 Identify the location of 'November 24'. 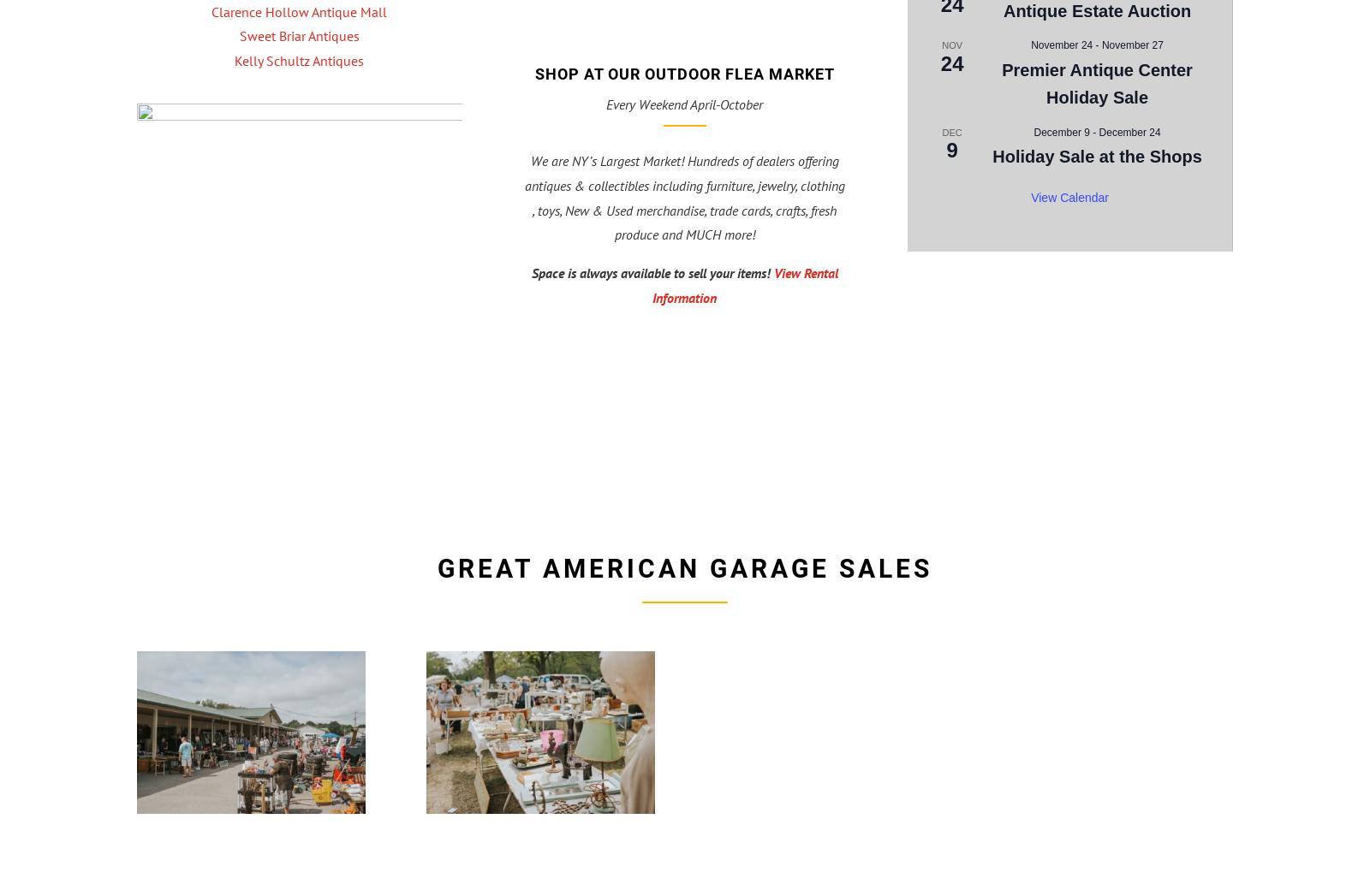
(1030, 45).